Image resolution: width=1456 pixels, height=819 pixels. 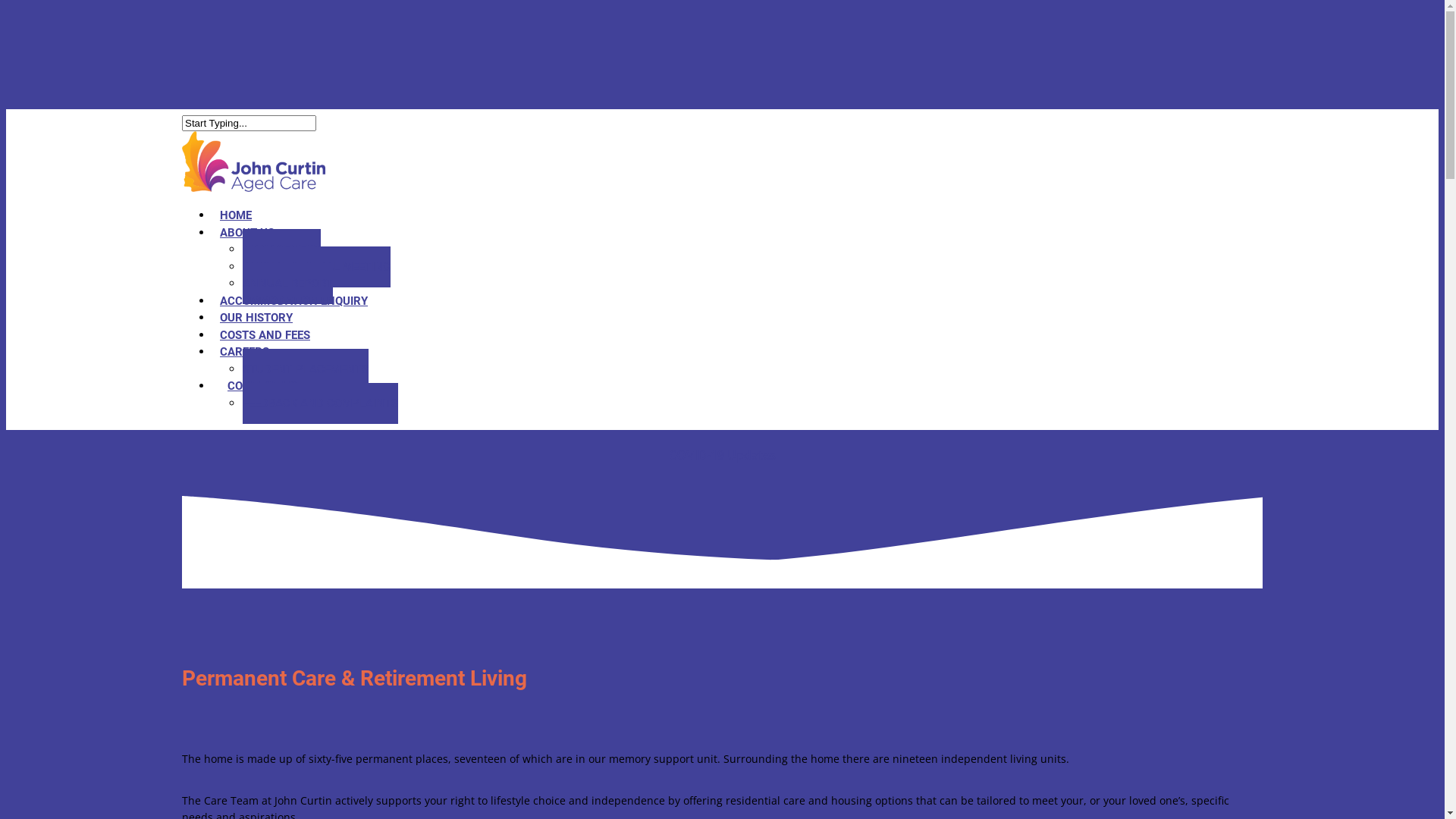 What do you see at coordinates (319, 402) in the screenshot?
I see `'FEEDBACK AND COMPLAINTS'` at bounding box center [319, 402].